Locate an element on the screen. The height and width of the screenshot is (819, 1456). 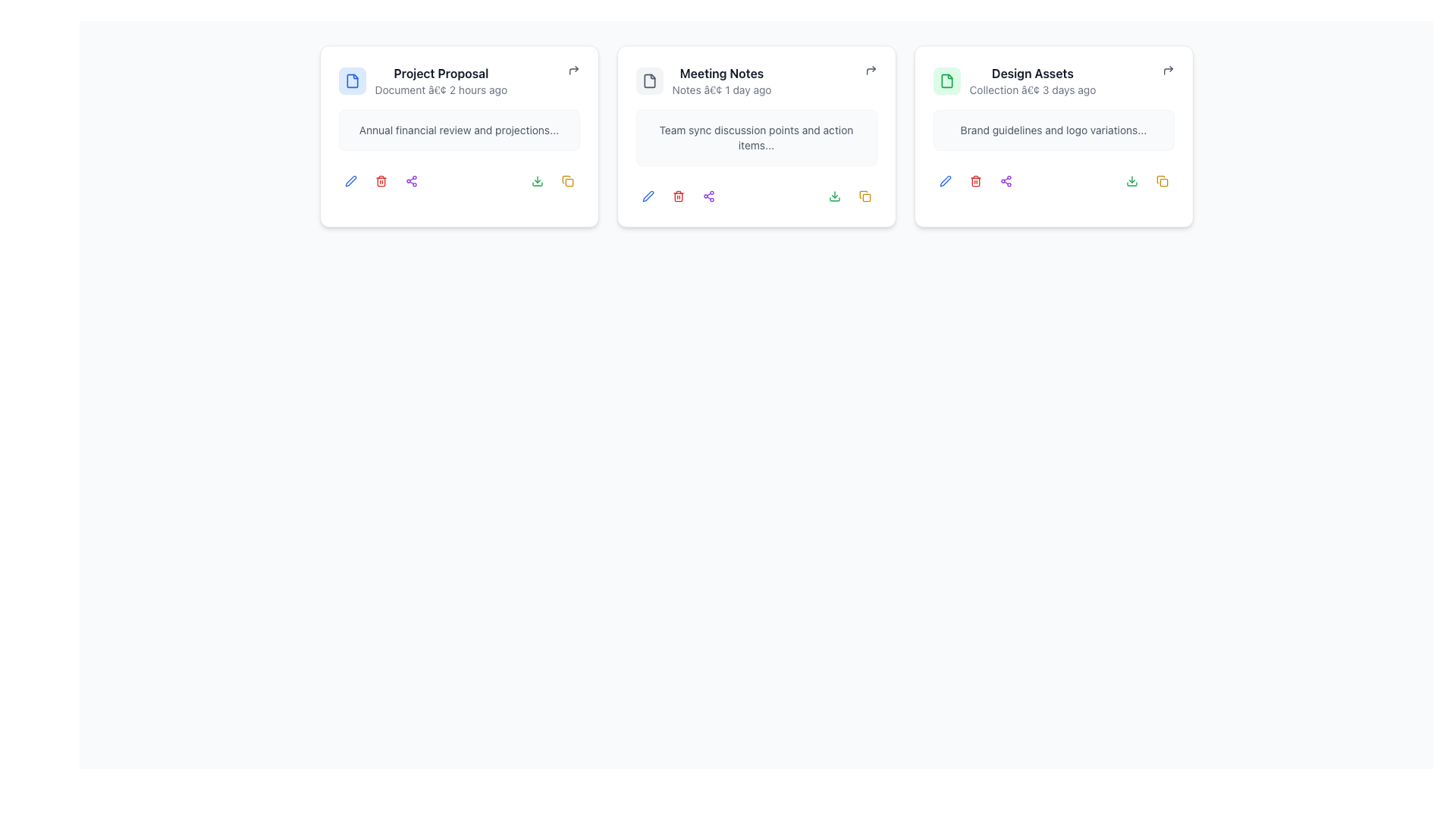
the delete button located in the footer section of the 'Meeting Notes' card is located at coordinates (677, 195).